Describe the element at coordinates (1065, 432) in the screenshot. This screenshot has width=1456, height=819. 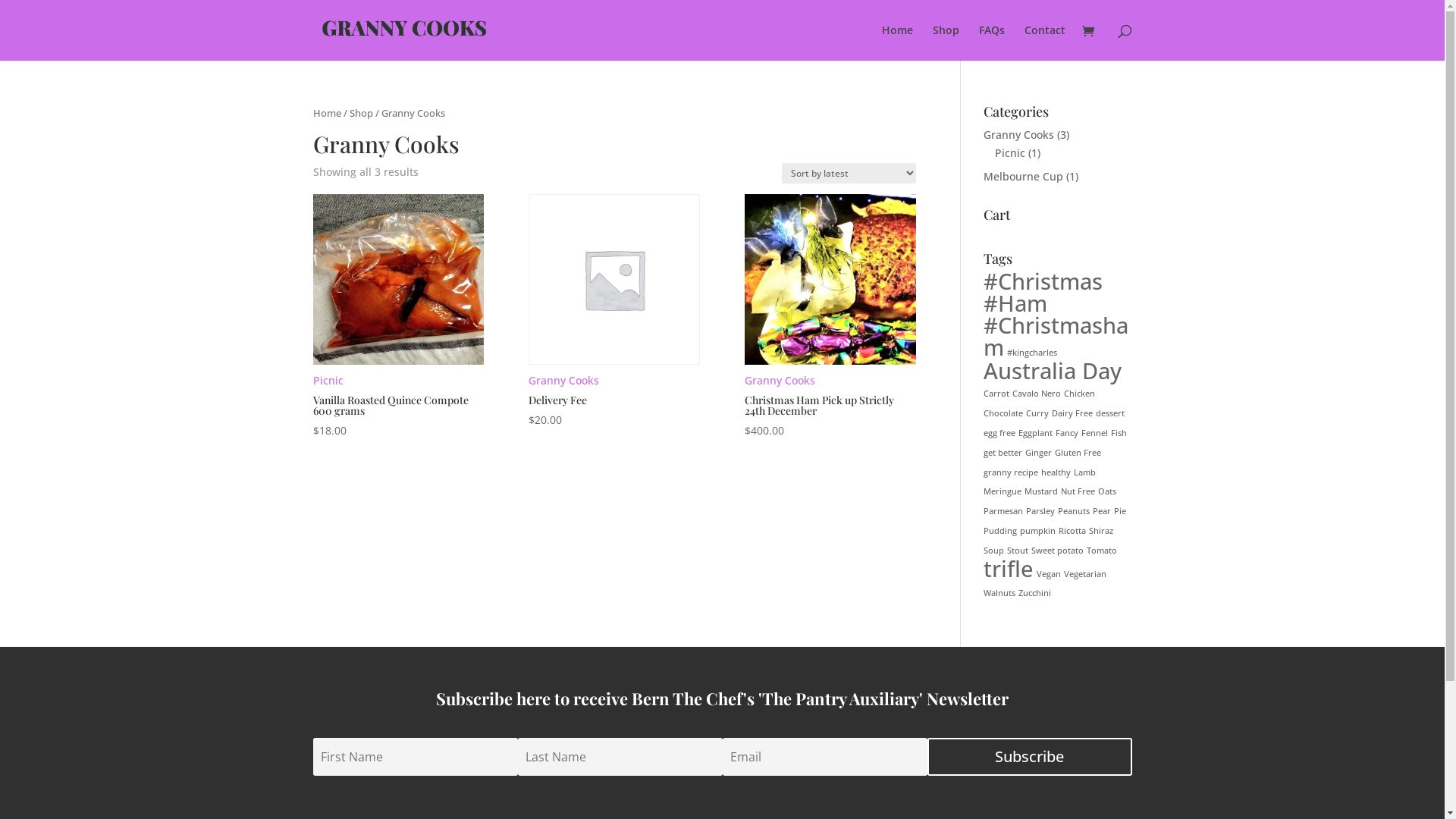
I see `'Fancy'` at that location.